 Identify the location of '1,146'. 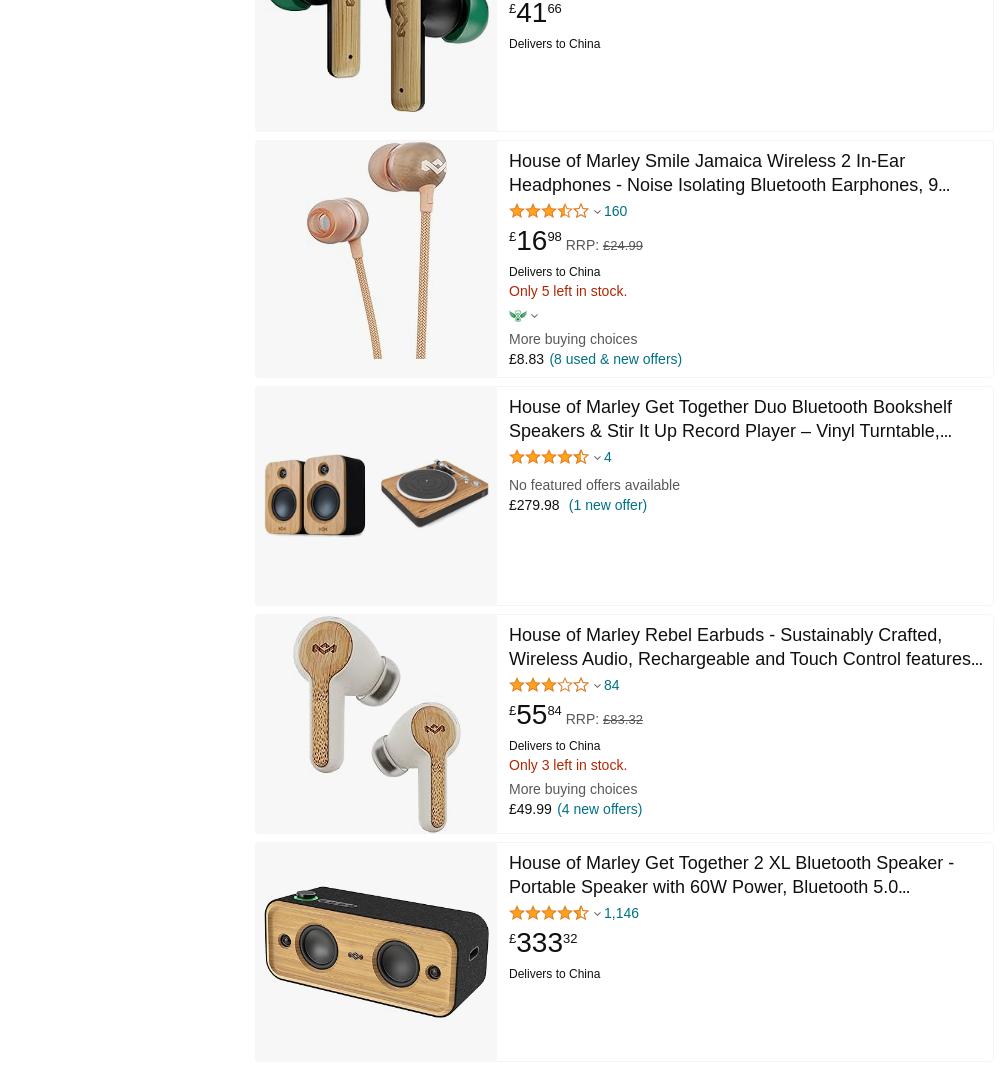
(620, 912).